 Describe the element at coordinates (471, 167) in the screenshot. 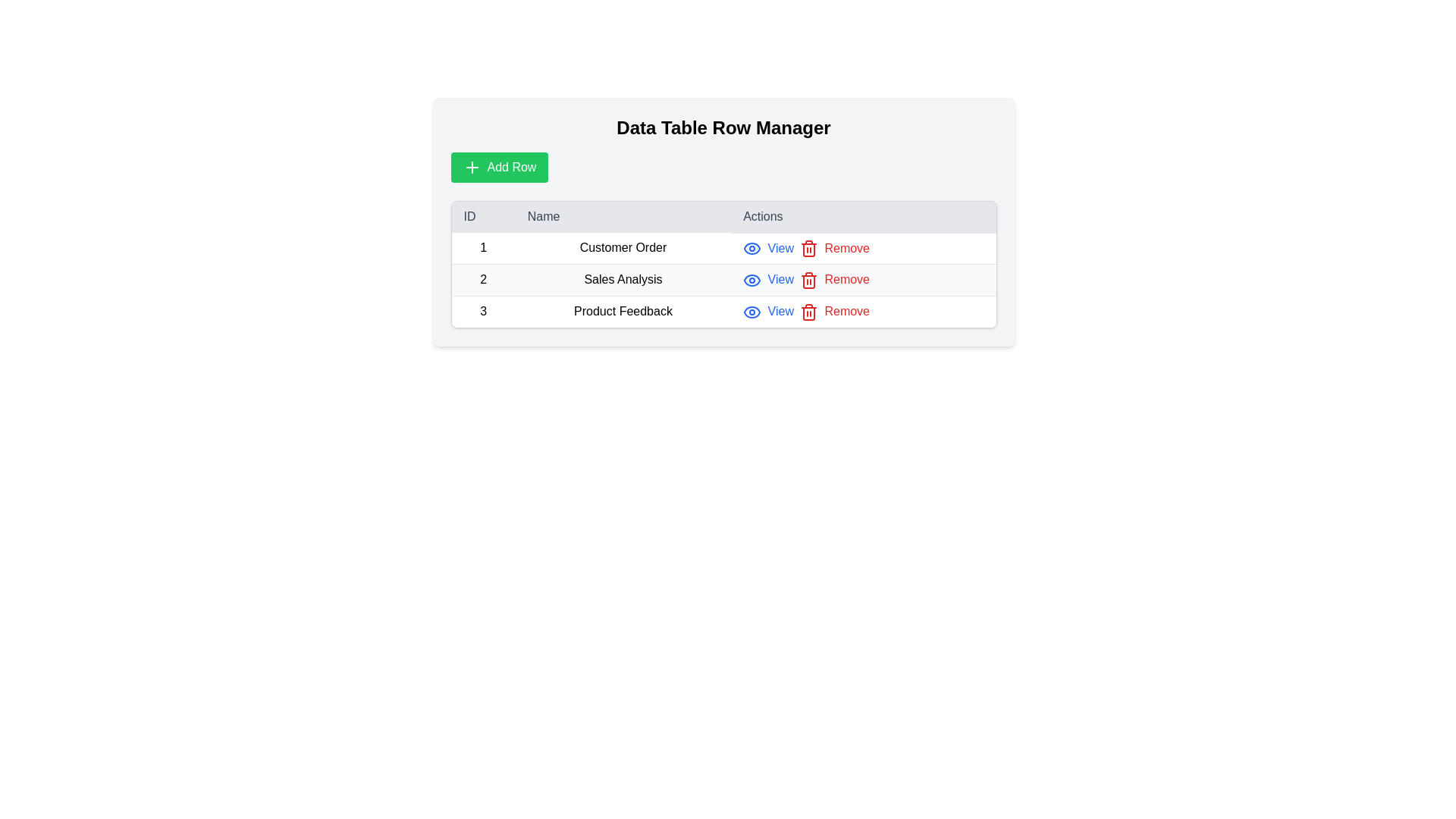

I see `the plus icon, which is represented by two intersecting black lines on a green background, located to the left of the 'Add Row' text in a green rectangular button` at that location.